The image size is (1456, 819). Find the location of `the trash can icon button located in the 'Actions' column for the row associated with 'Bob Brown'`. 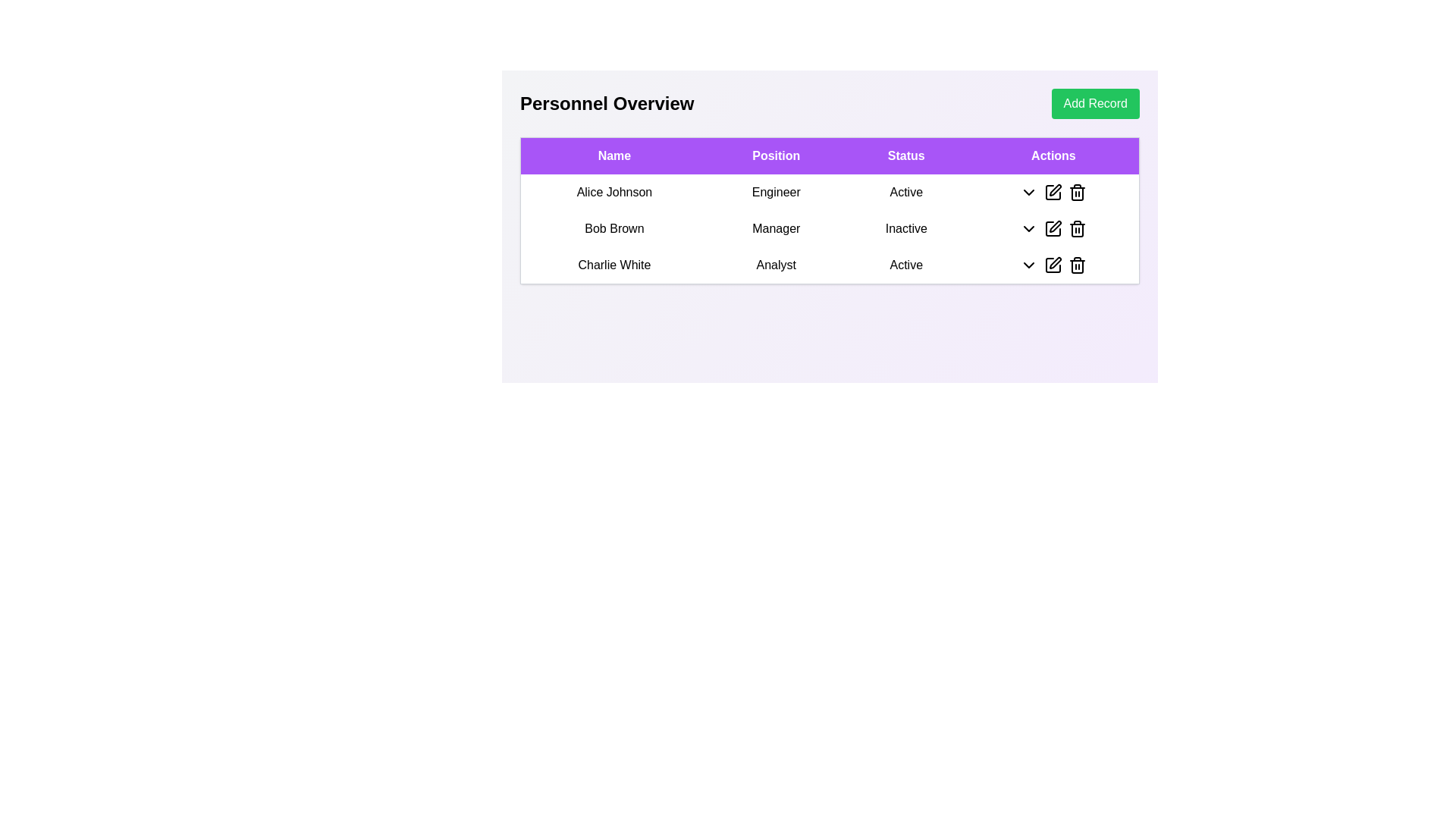

the trash can icon button located in the 'Actions' column for the row associated with 'Bob Brown' is located at coordinates (1077, 228).